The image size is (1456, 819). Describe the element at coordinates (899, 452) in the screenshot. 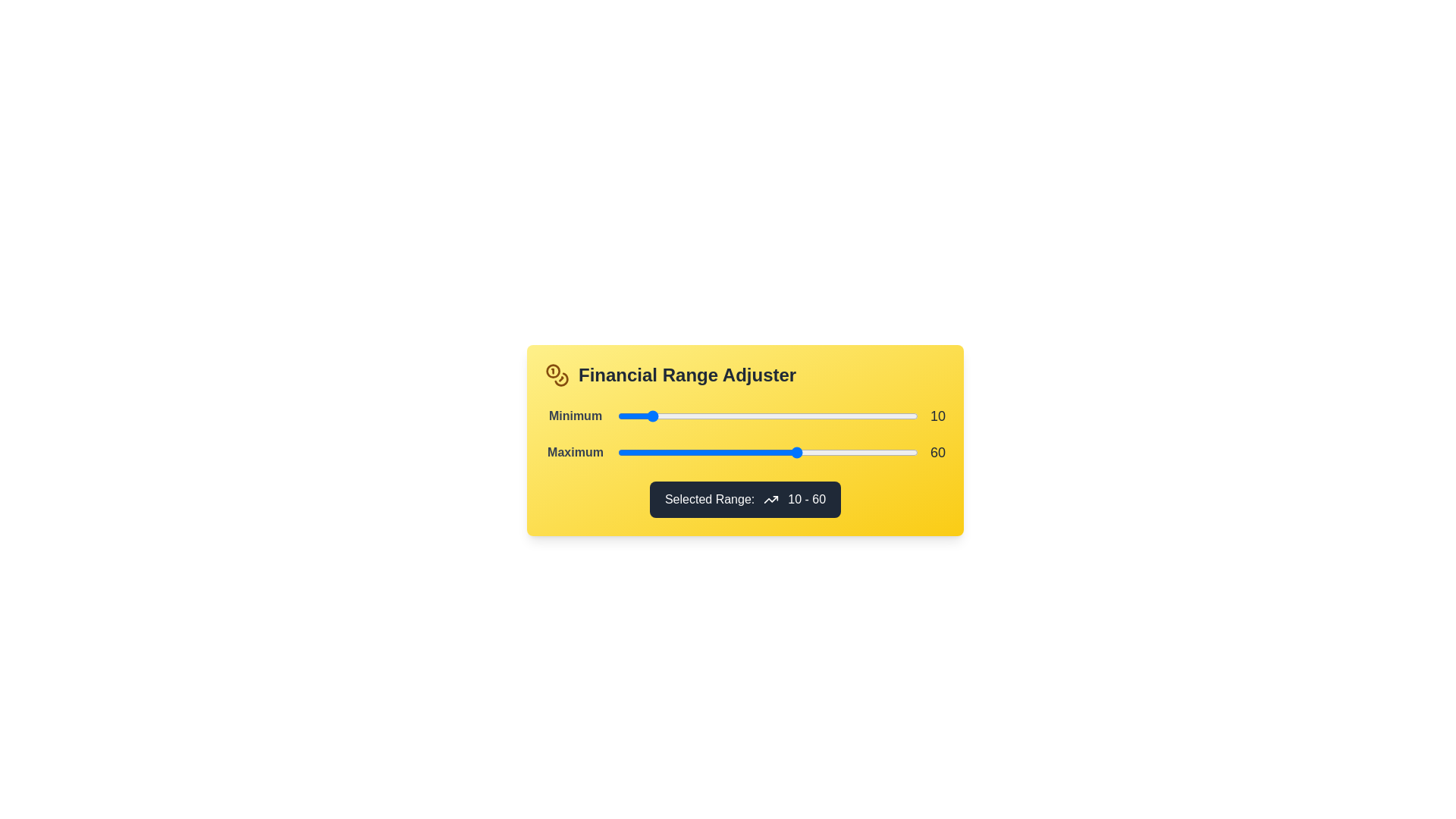

I see `the 'Maximum' range slider to 94` at that location.